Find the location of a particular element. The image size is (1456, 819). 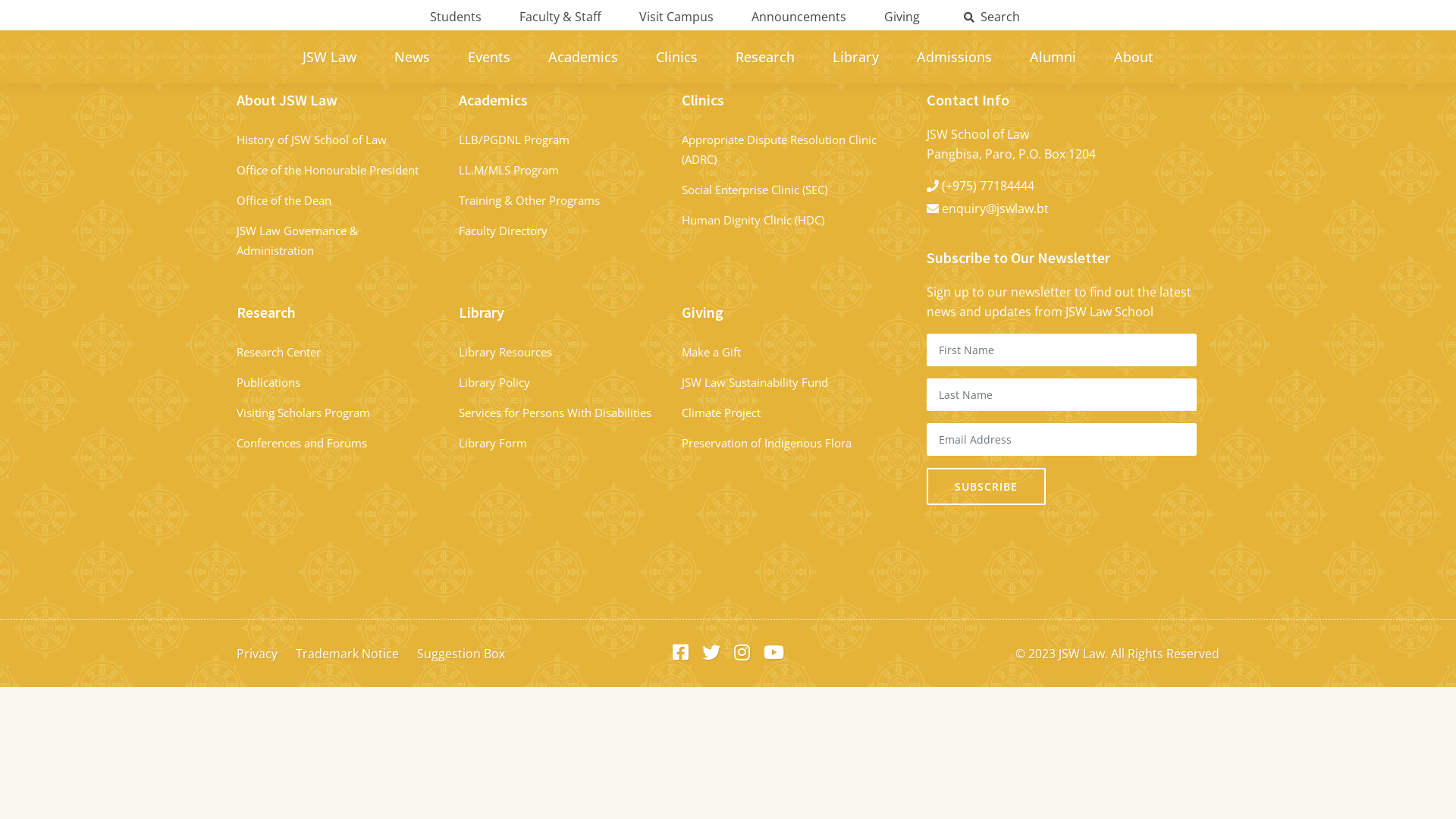

'Human Dignity Clinic (HDC)' is located at coordinates (753, 219).